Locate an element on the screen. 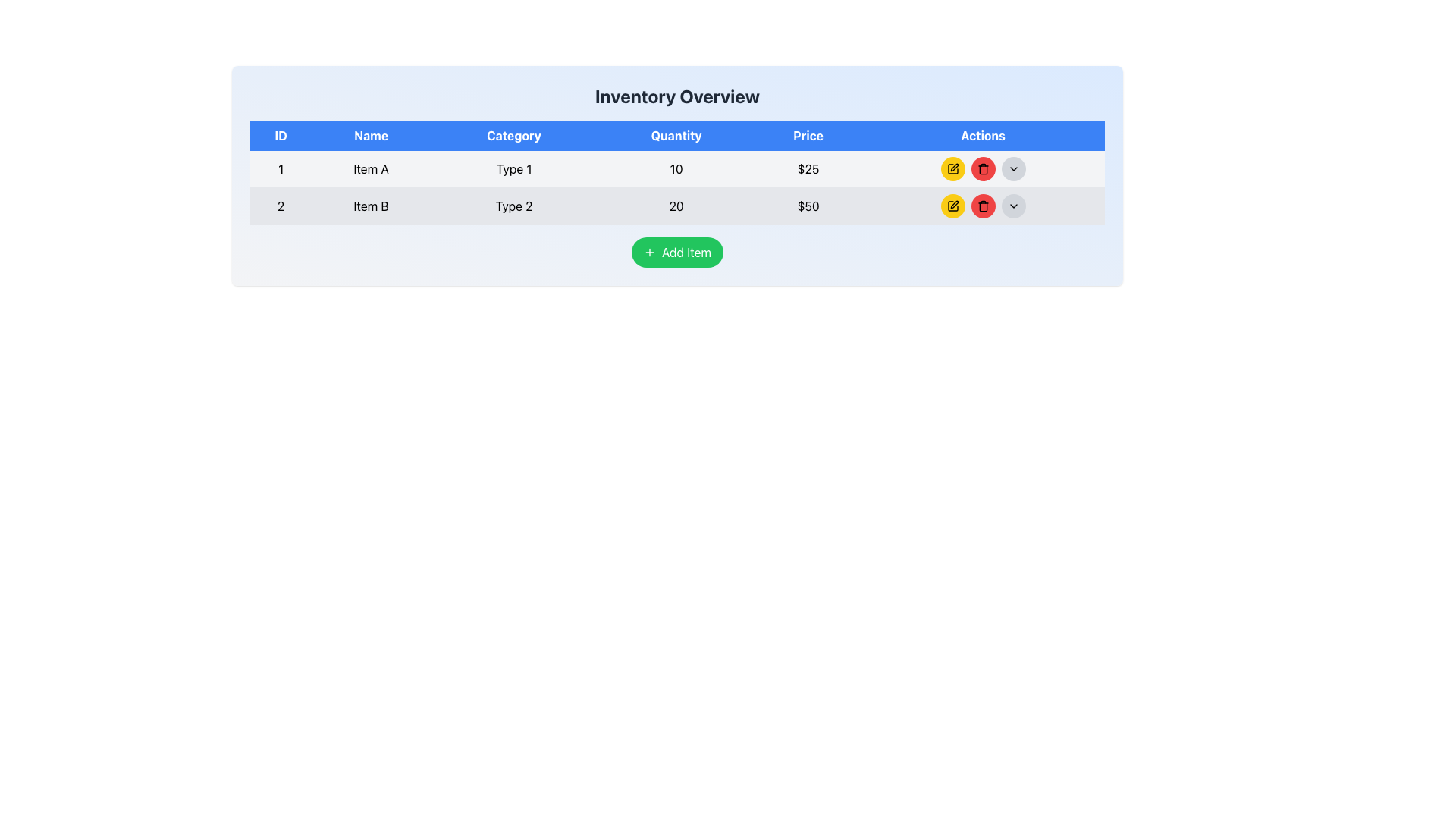 This screenshot has height=819, width=1456. the column header labeled 'Name', which has white text on a blue background, located in the second column of the table layout is located at coordinates (371, 134).